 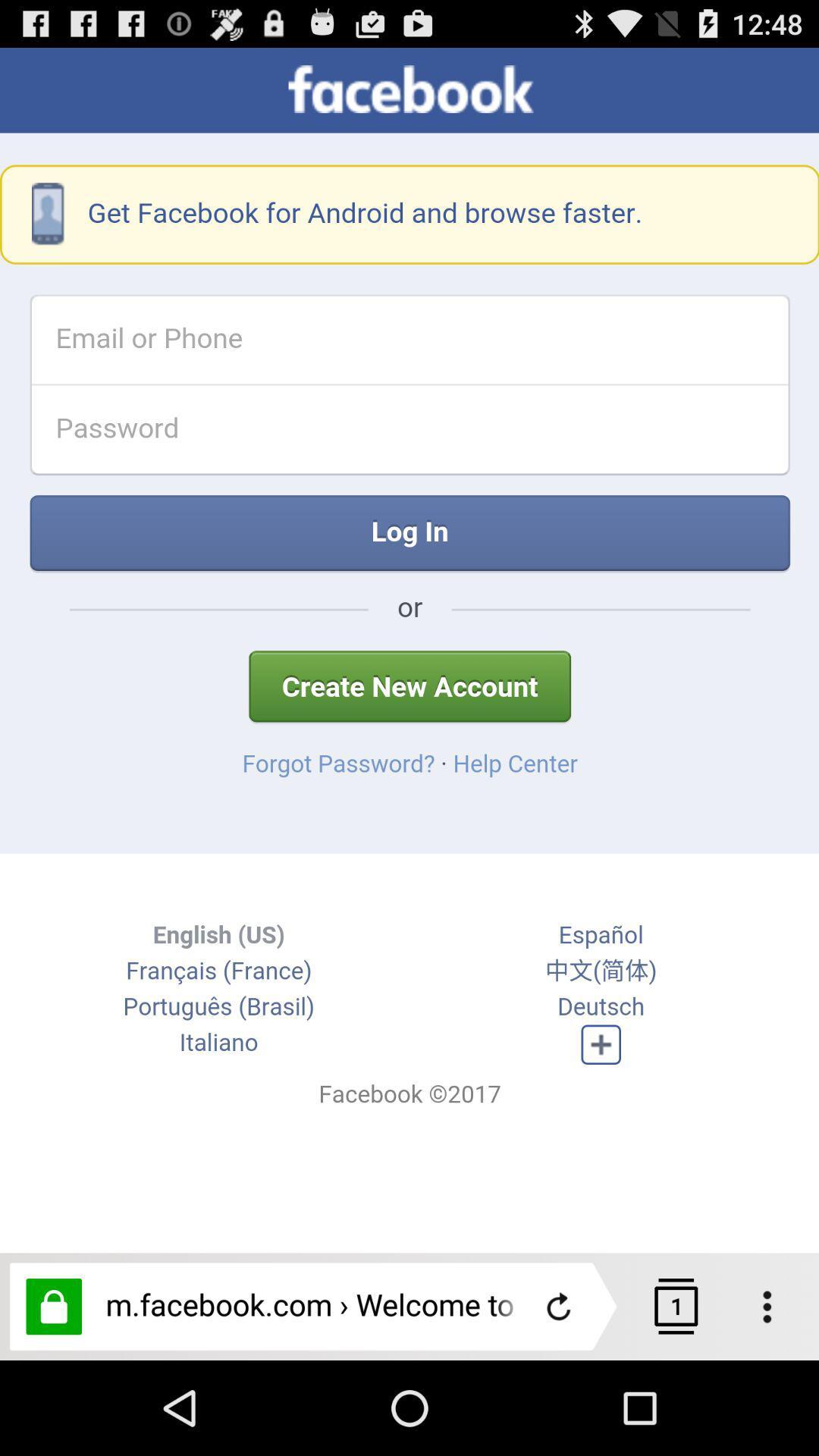 What do you see at coordinates (777, 1398) in the screenshot?
I see `the more icon` at bounding box center [777, 1398].